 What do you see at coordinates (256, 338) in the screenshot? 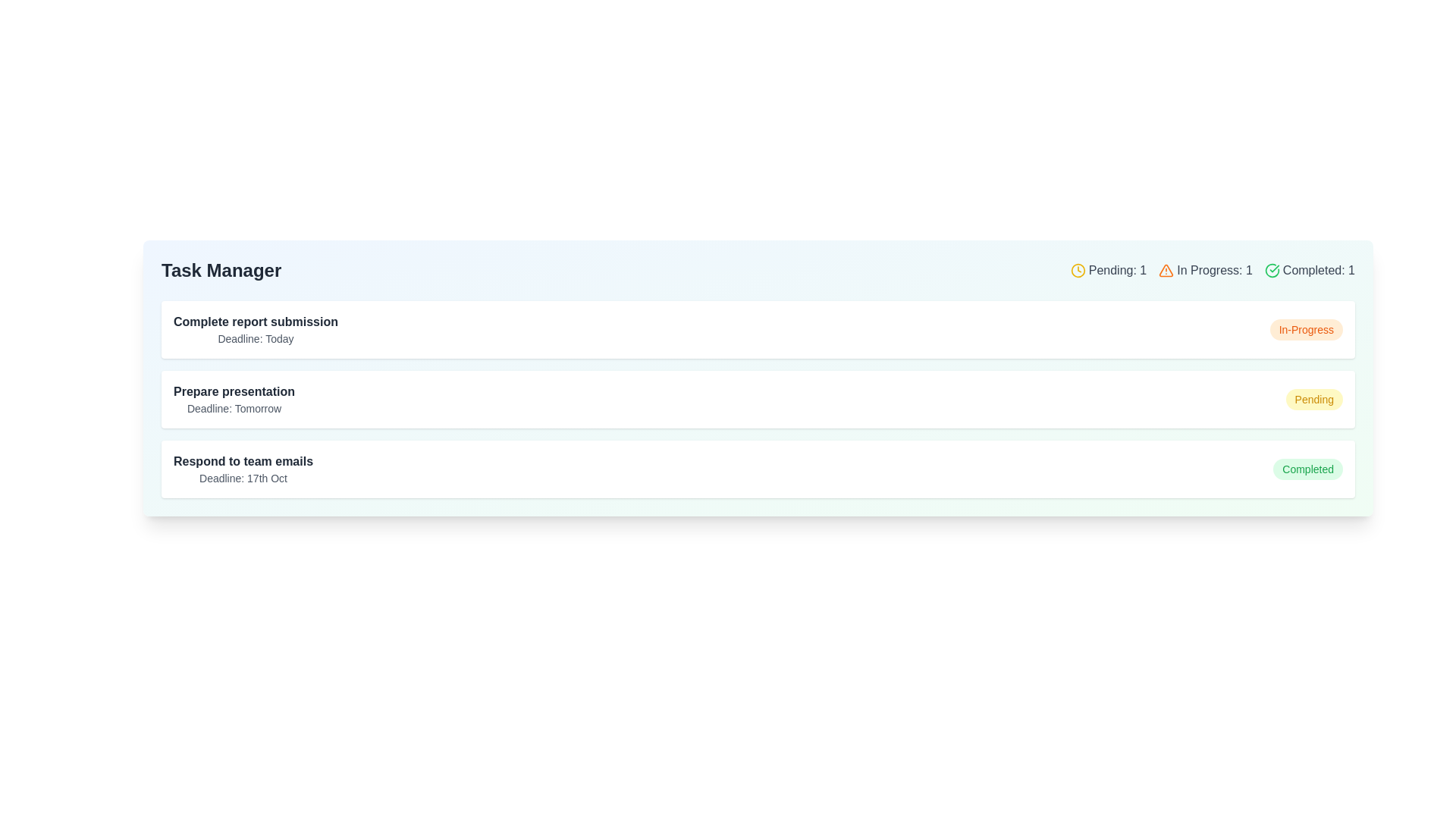
I see `the text label displaying 'Deadline: Today', which is a small, gray-colored font positioned beneath the main text 'Complete report submission'` at bounding box center [256, 338].